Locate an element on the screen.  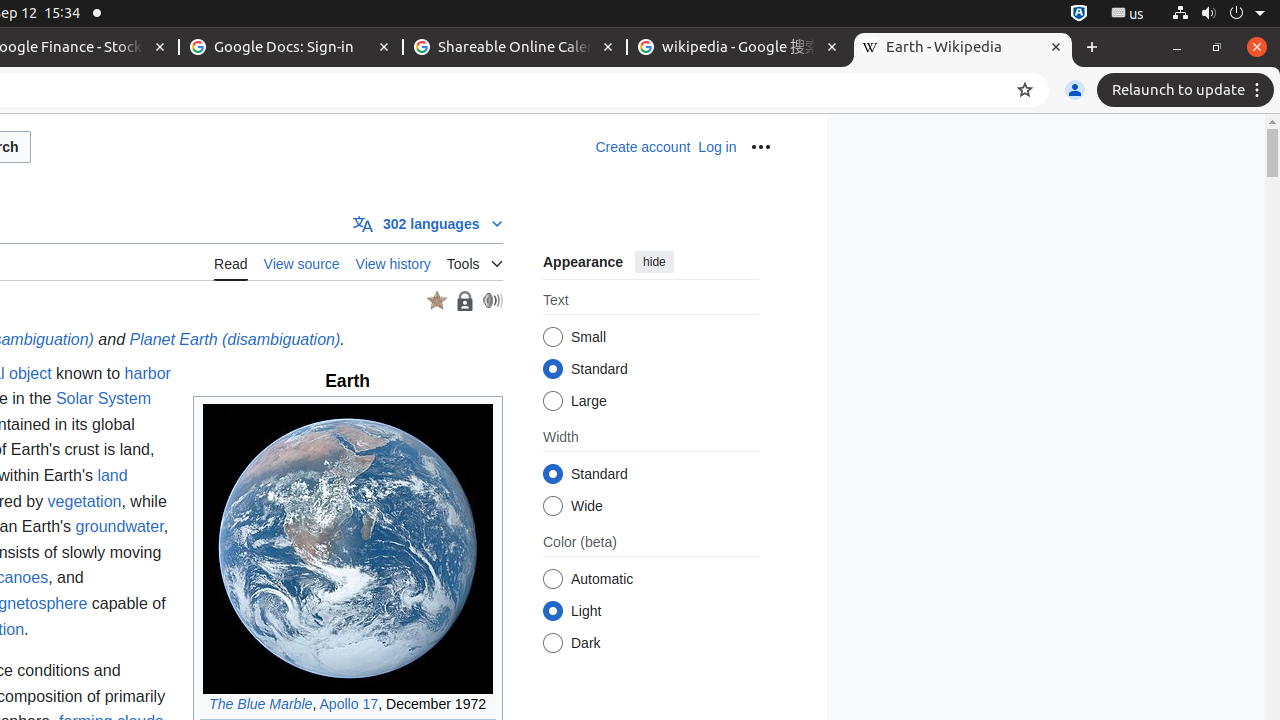
'Automatic' is located at coordinates (552, 579).